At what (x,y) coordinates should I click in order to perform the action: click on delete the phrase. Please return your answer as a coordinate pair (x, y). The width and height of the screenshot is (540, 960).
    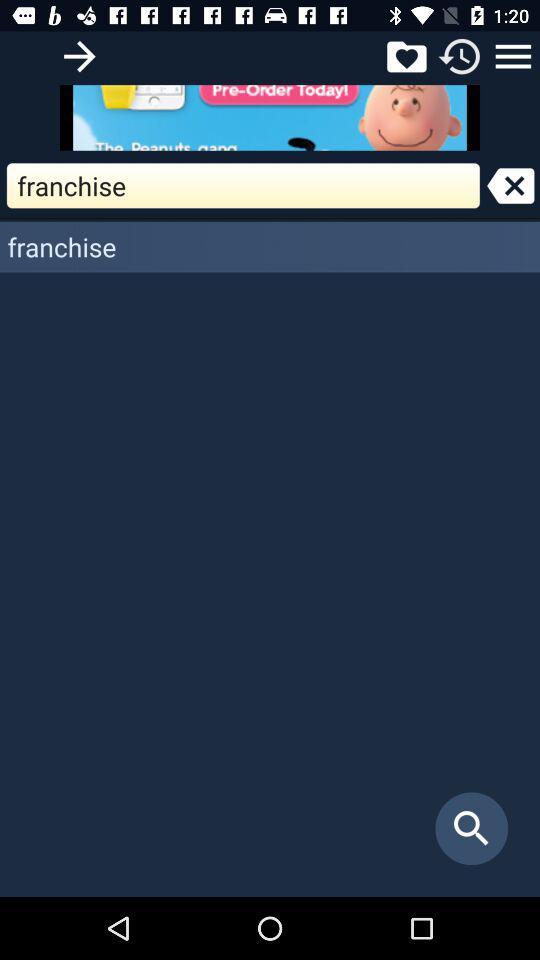
    Looking at the image, I should click on (510, 185).